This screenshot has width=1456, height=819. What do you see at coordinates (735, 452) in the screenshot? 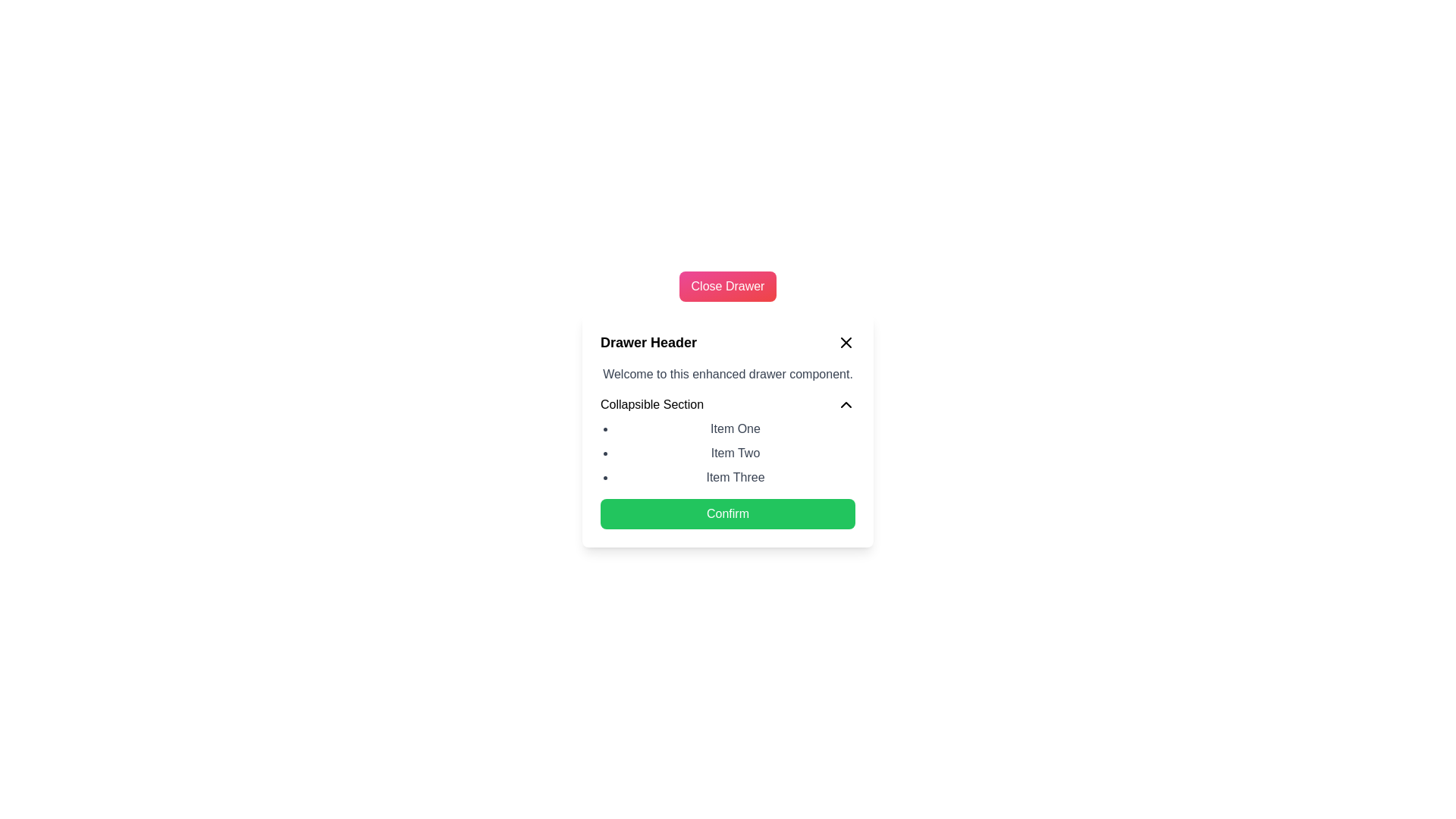
I see `the second item in the vertical list labeled 'Collapsible Section' within the drawer modal` at bounding box center [735, 452].